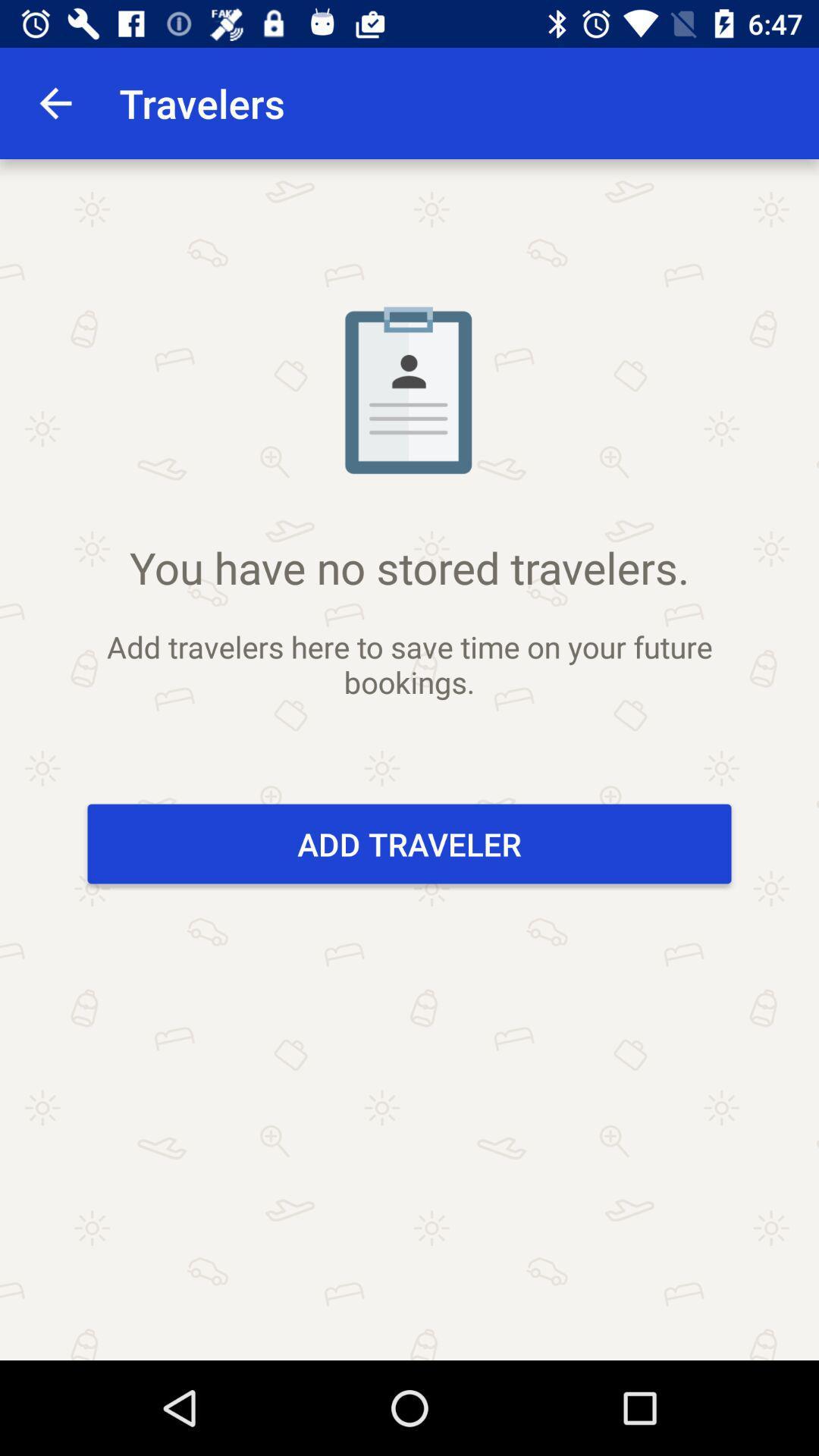 The height and width of the screenshot is (1456, 819). Describe the element at coordinates (55, 102) in the screenshot. I see `the icon next to travelers icon` at that location.